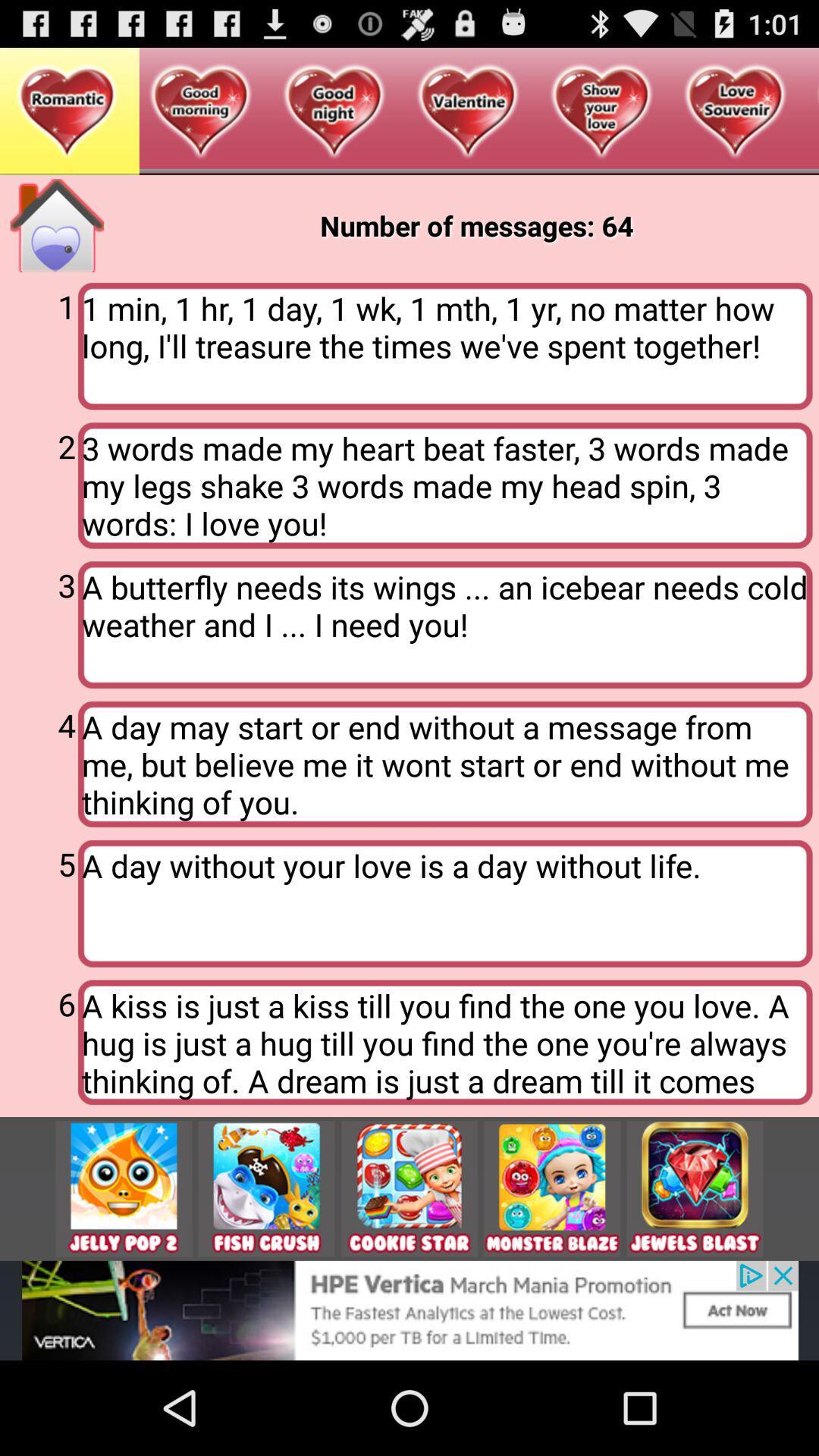 The width and height of the screenshot is (819, 1456). What do you see at coordinates (695, 1188) in the screenshot?
I see `game` at bounding box center [695, 1188].